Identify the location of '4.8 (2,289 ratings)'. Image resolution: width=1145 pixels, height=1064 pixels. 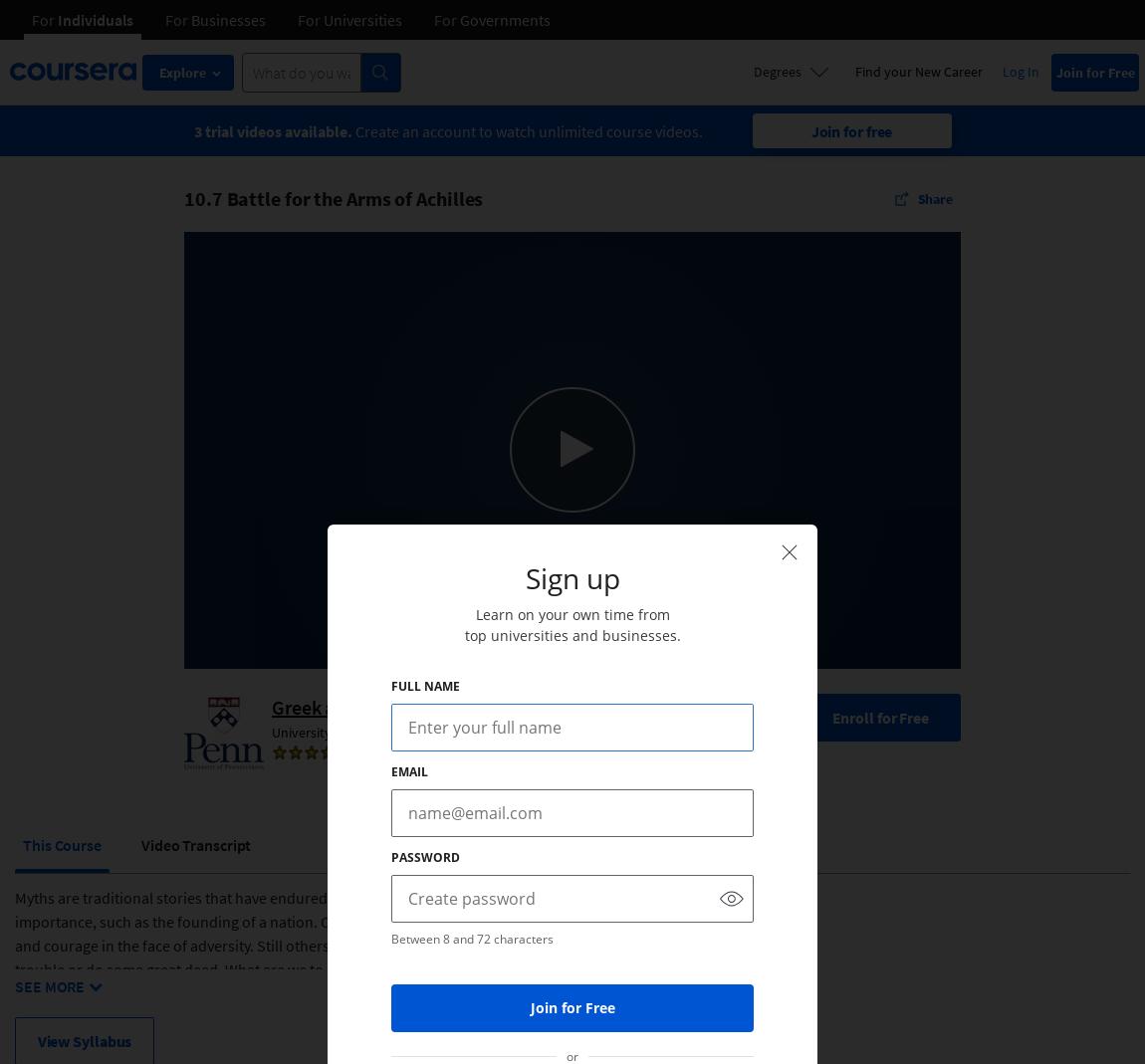
(410, 754).